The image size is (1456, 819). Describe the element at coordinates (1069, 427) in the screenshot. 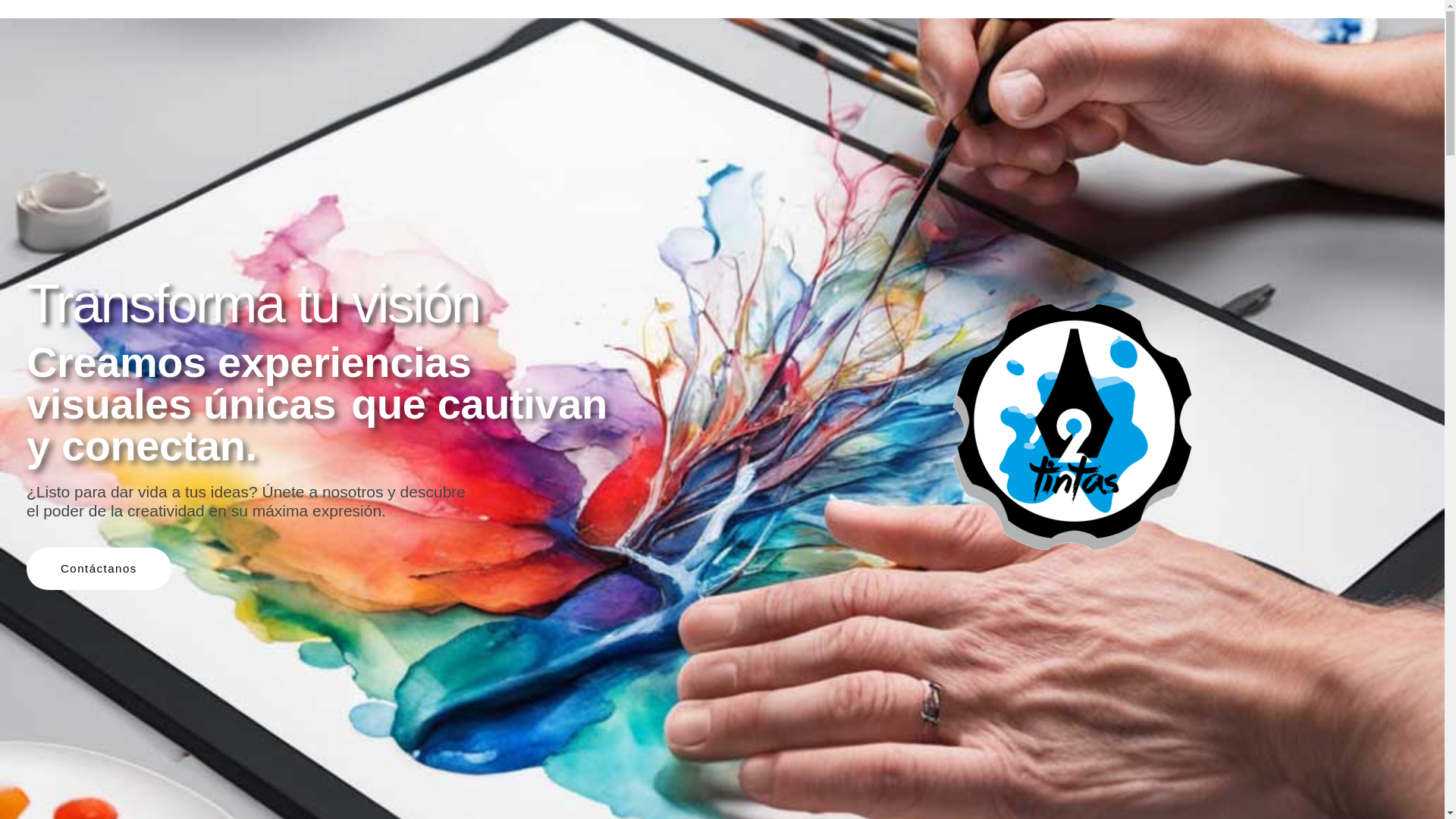

I see `'2tintas'` at that location.